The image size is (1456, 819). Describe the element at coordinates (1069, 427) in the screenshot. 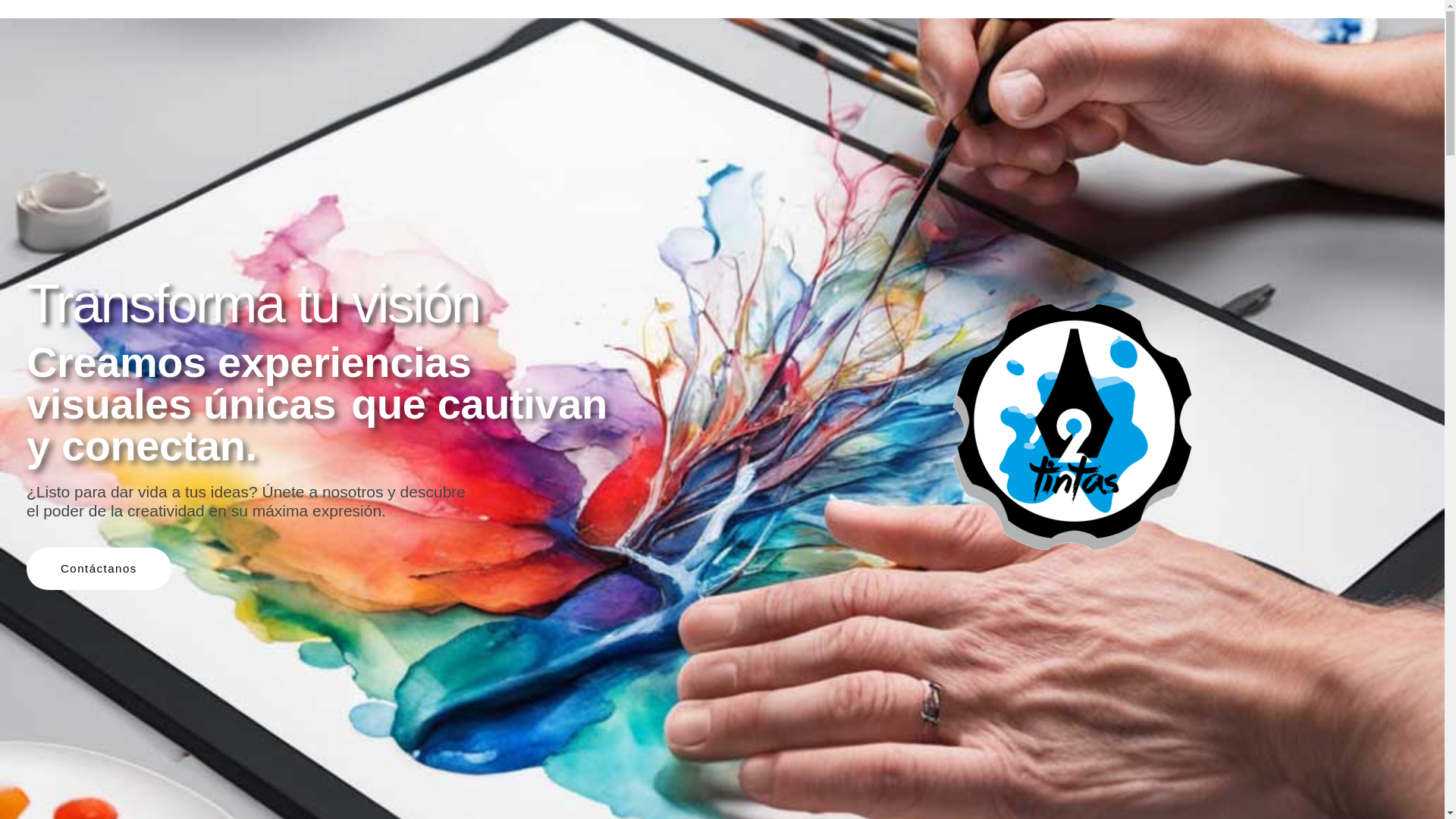

I see `'2tintas'` at that location.